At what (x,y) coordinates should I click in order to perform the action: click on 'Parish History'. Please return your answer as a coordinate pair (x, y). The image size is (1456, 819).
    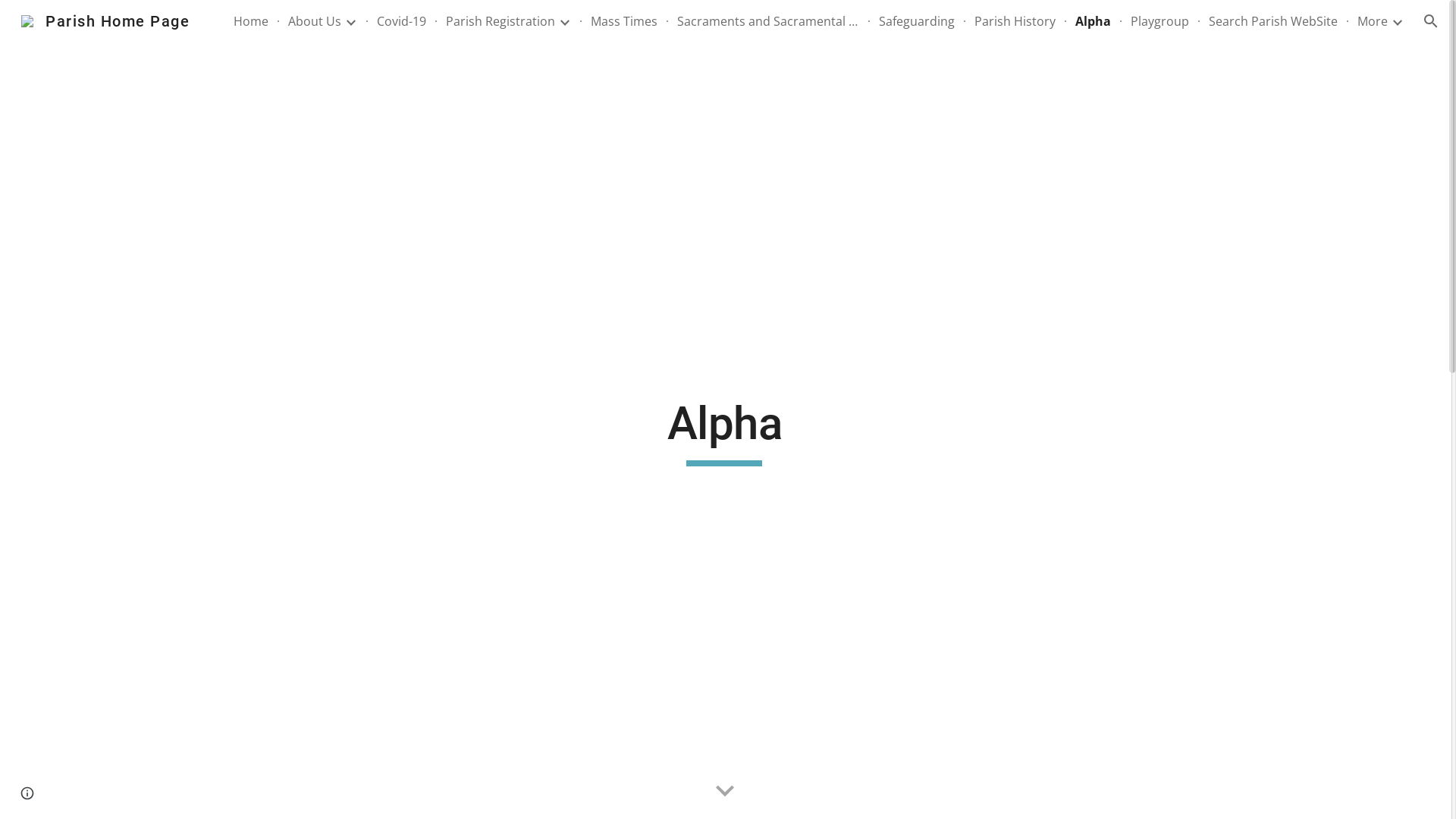
    Looking at the image, I should click on (1015, 20).